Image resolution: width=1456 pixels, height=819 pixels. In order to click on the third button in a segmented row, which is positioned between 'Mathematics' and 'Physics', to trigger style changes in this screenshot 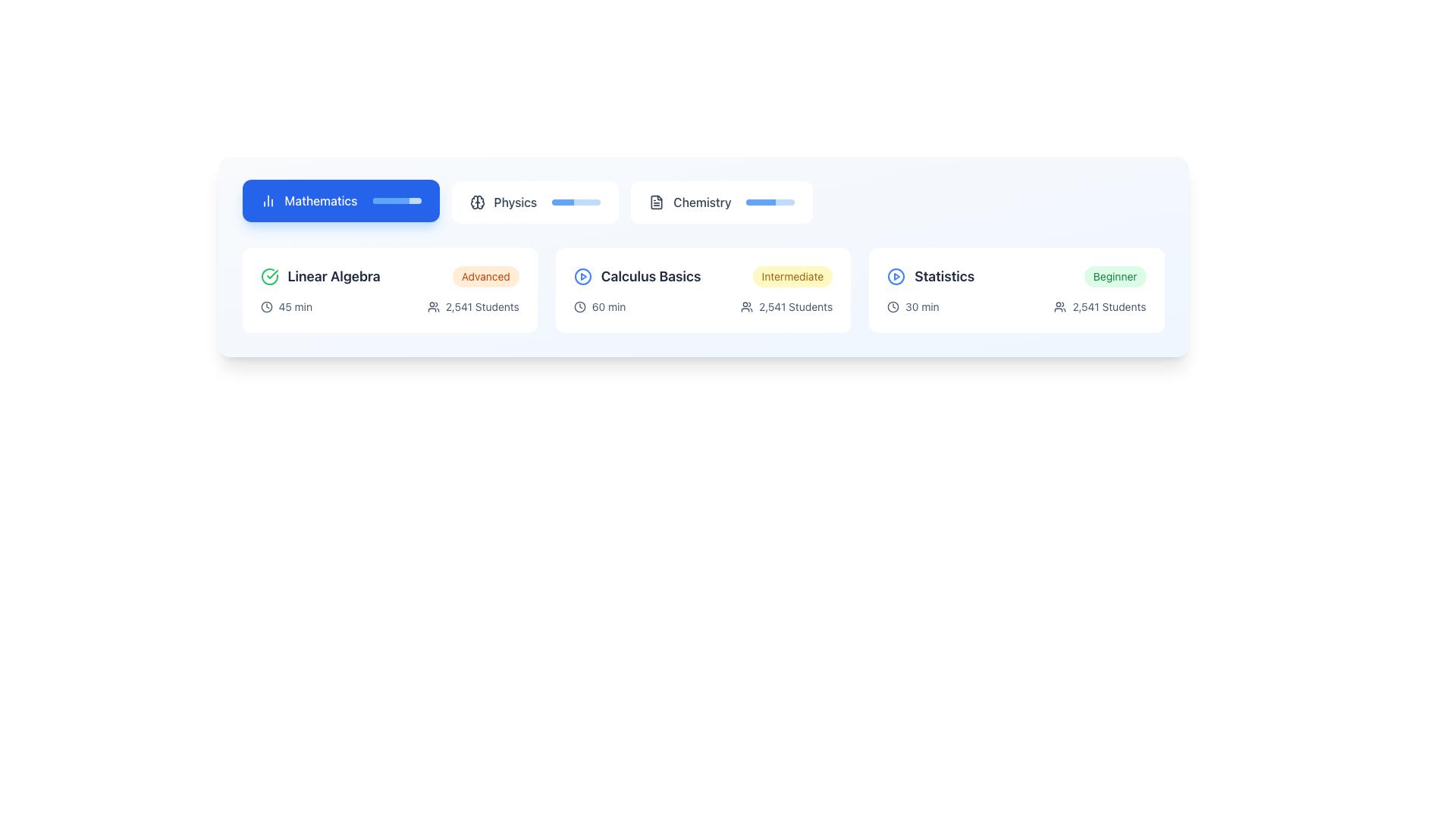, I will do `click(721, 201)`.